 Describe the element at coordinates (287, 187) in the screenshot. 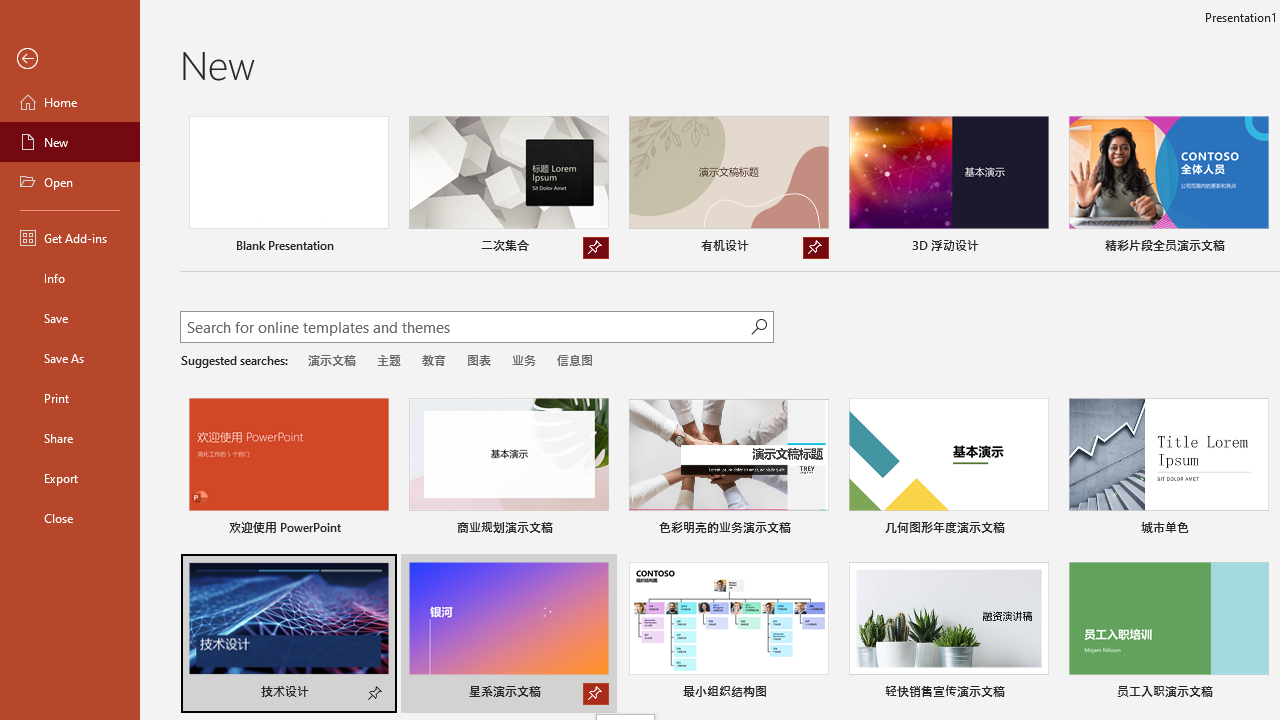

I see `'Blank Presentation'` at that location.